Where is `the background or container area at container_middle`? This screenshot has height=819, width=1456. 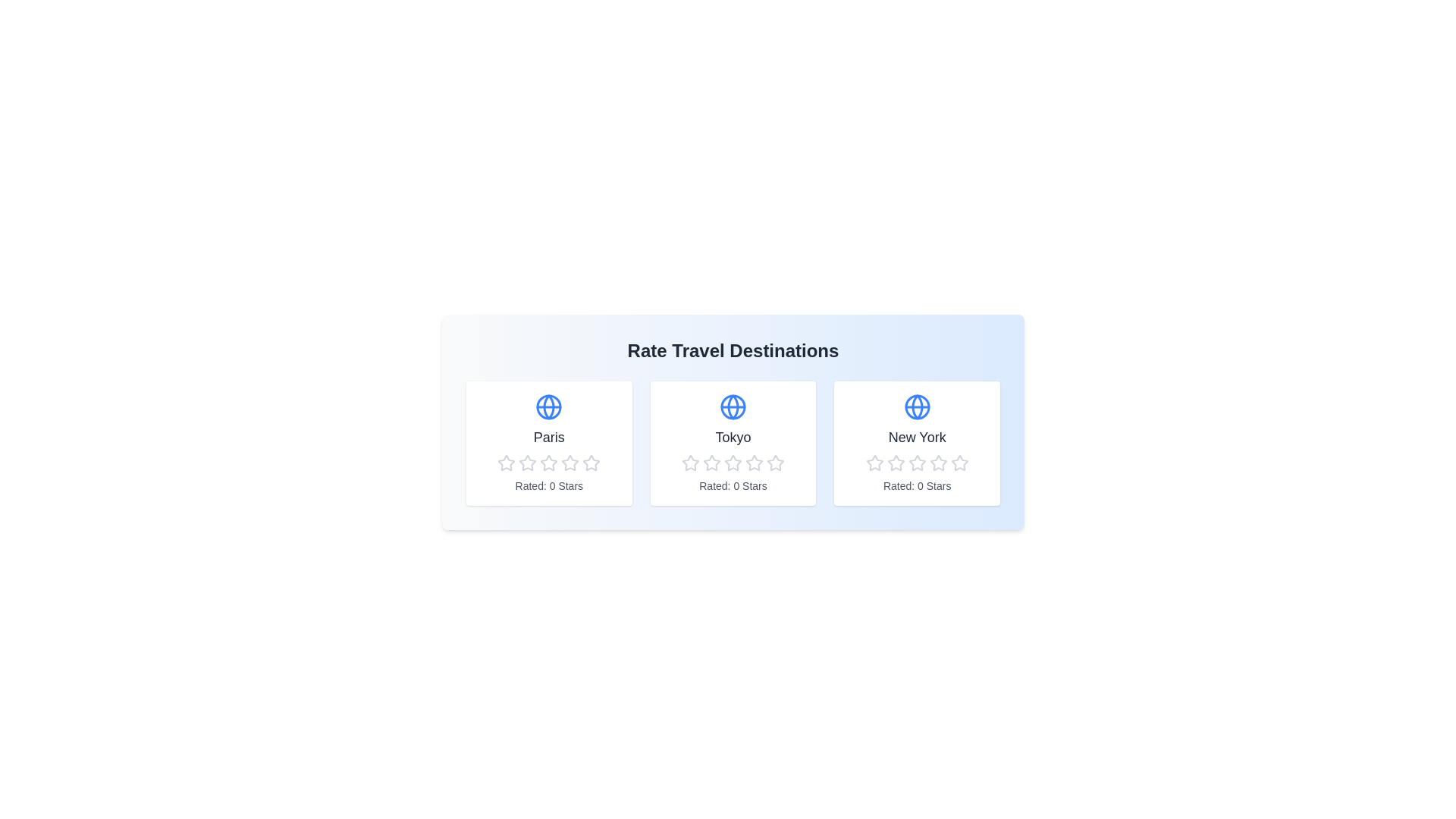
the background or container area at container_middle is located at coordinates (582, 378).